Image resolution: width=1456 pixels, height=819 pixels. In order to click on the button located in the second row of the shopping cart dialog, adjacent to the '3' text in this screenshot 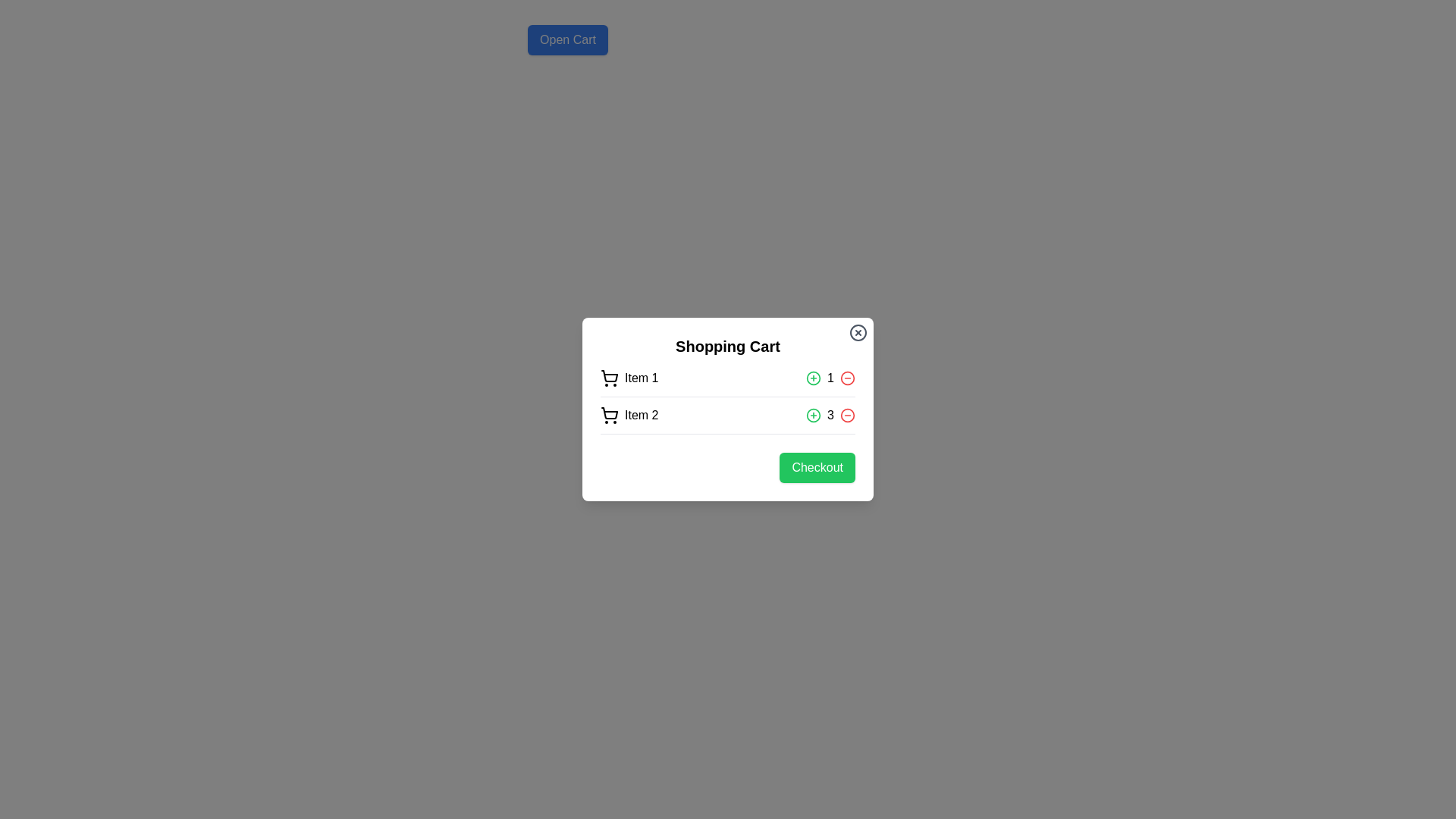, I will do `click(813, 415)`.